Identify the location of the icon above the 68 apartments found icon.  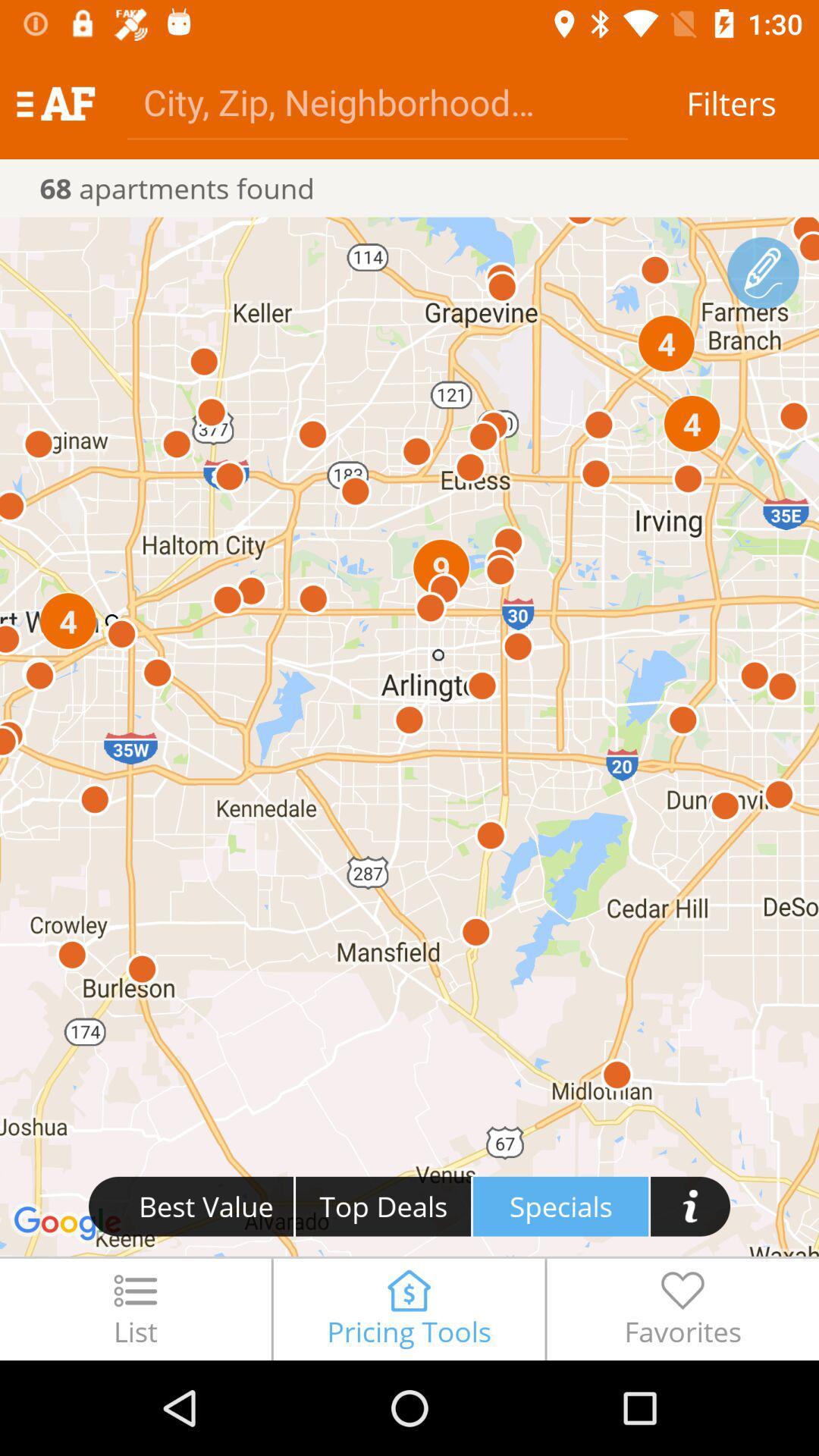
(55, 102).